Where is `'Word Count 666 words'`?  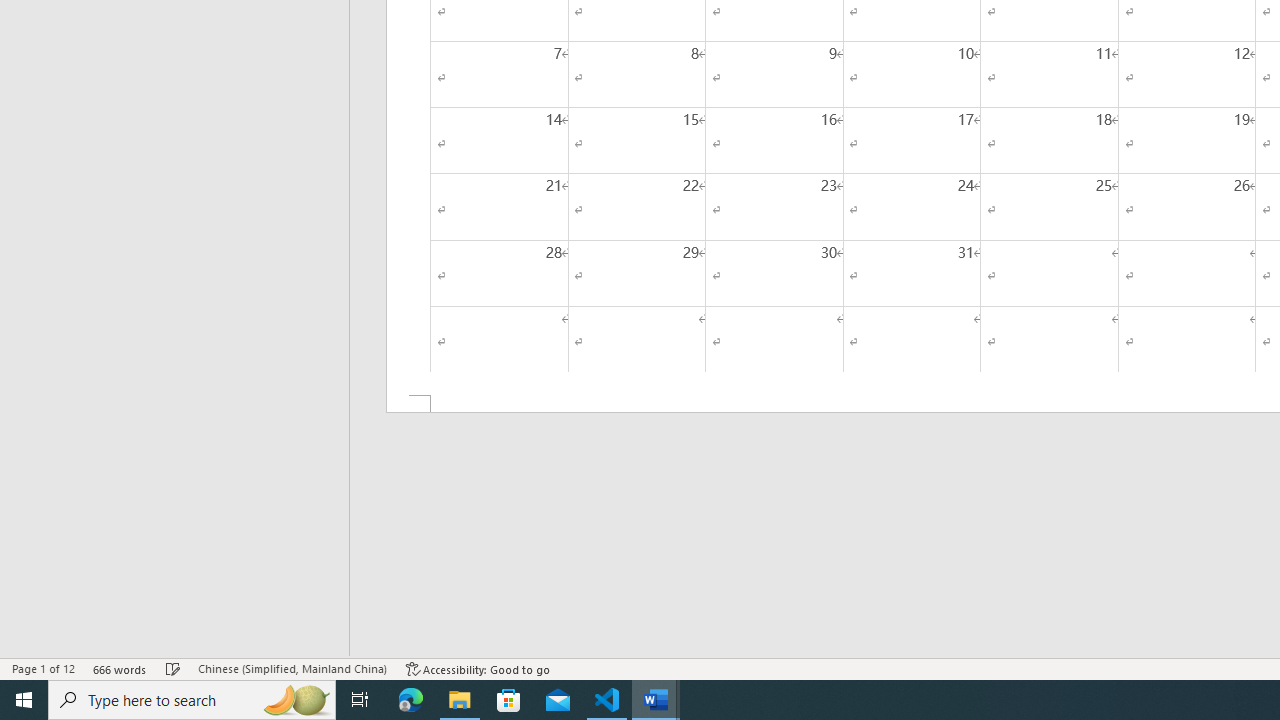
'Word Count 666 words' is located at coordinates (119, 669).